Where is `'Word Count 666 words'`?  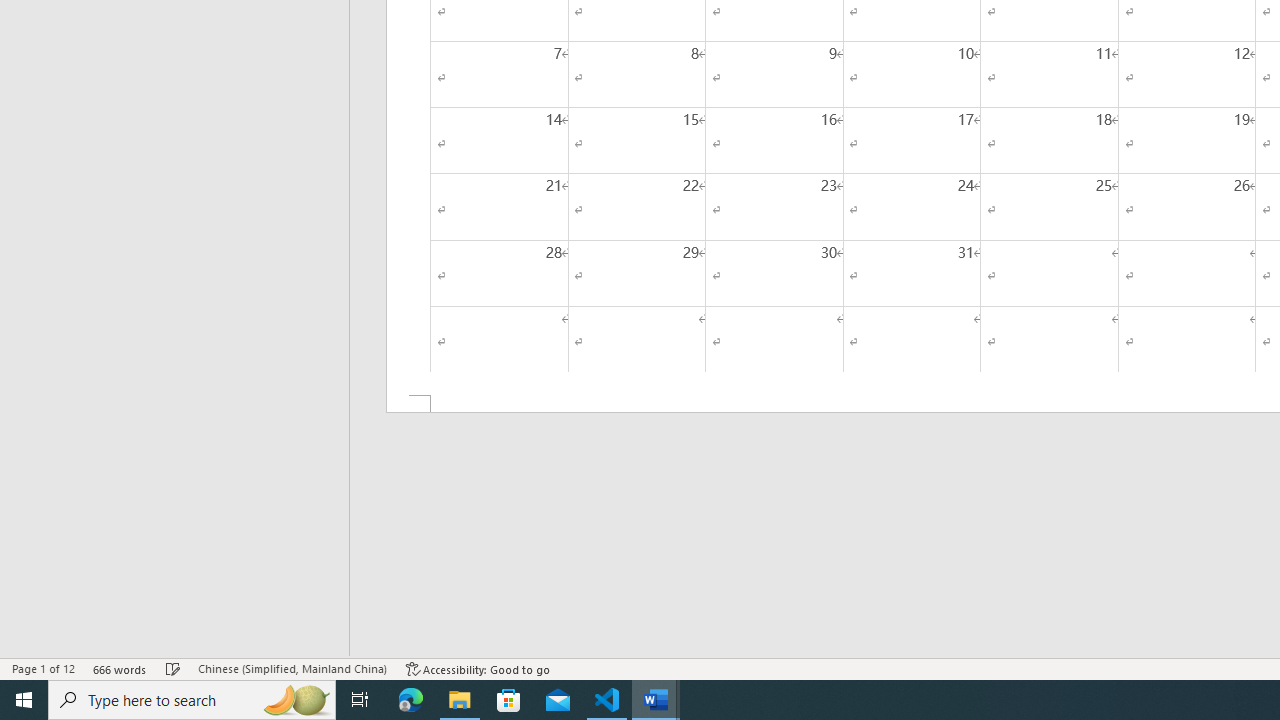
'Word Count 666 words' is located at coordinates (119, 669).